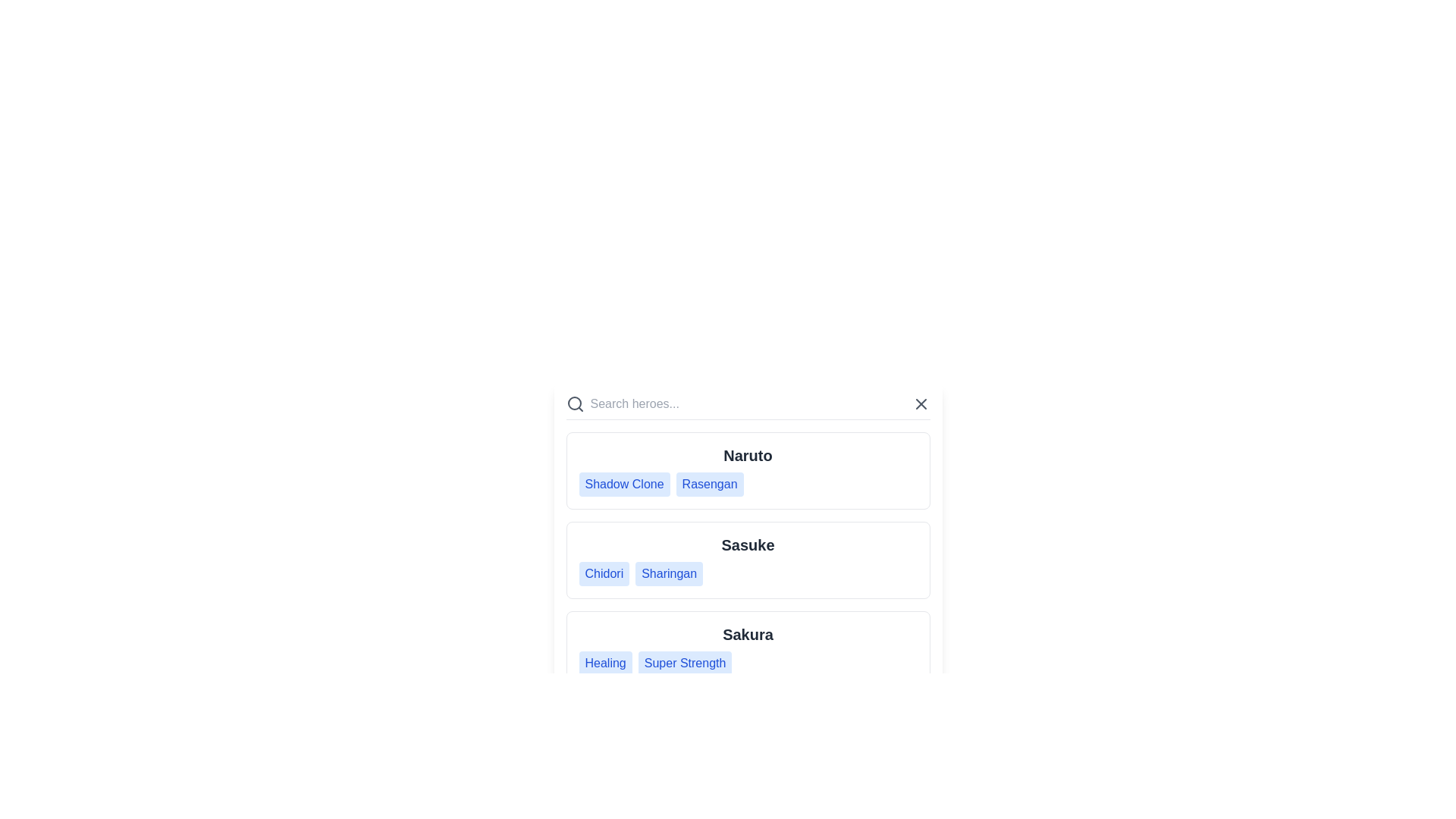 The width and height of the screenshot is (1456, 819). I want to click on the display panel that presents the character 'Sasuke' and its associated abilities, located in the middle row between 'Naruto' and 'Sakura', so click(748, 560).